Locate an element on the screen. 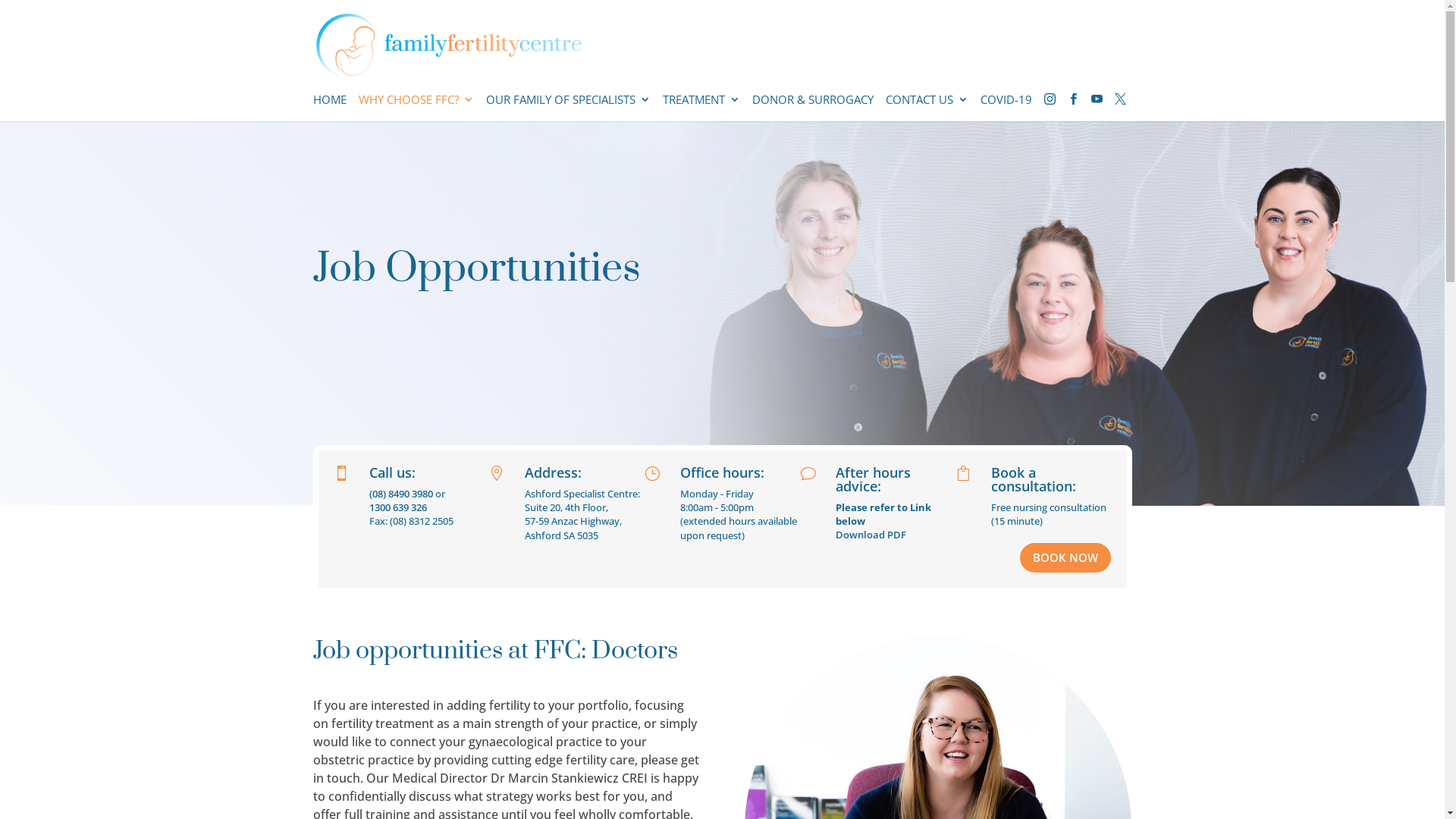 The width and height of the screenshot is (1456, 819). 'BOOK NOW' is located at coordinates (1019, 557).